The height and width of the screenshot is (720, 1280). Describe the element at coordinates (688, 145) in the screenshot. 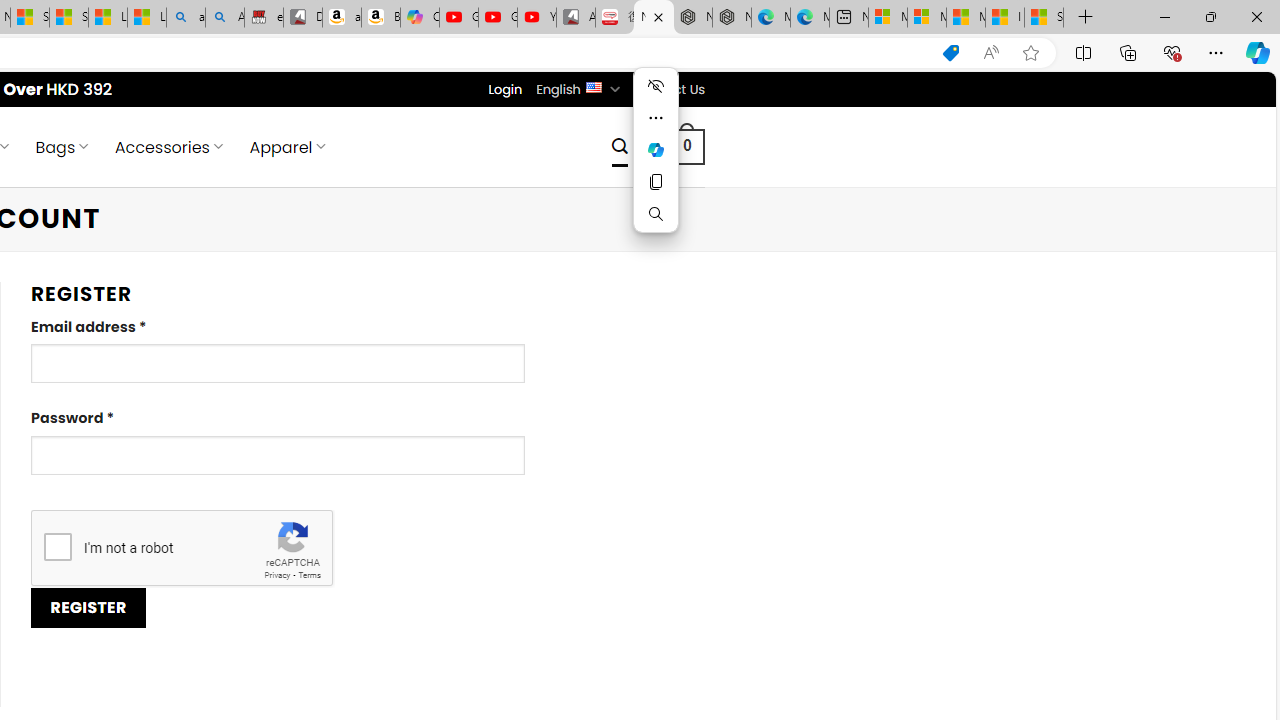

I see `'  0  '` at that location.